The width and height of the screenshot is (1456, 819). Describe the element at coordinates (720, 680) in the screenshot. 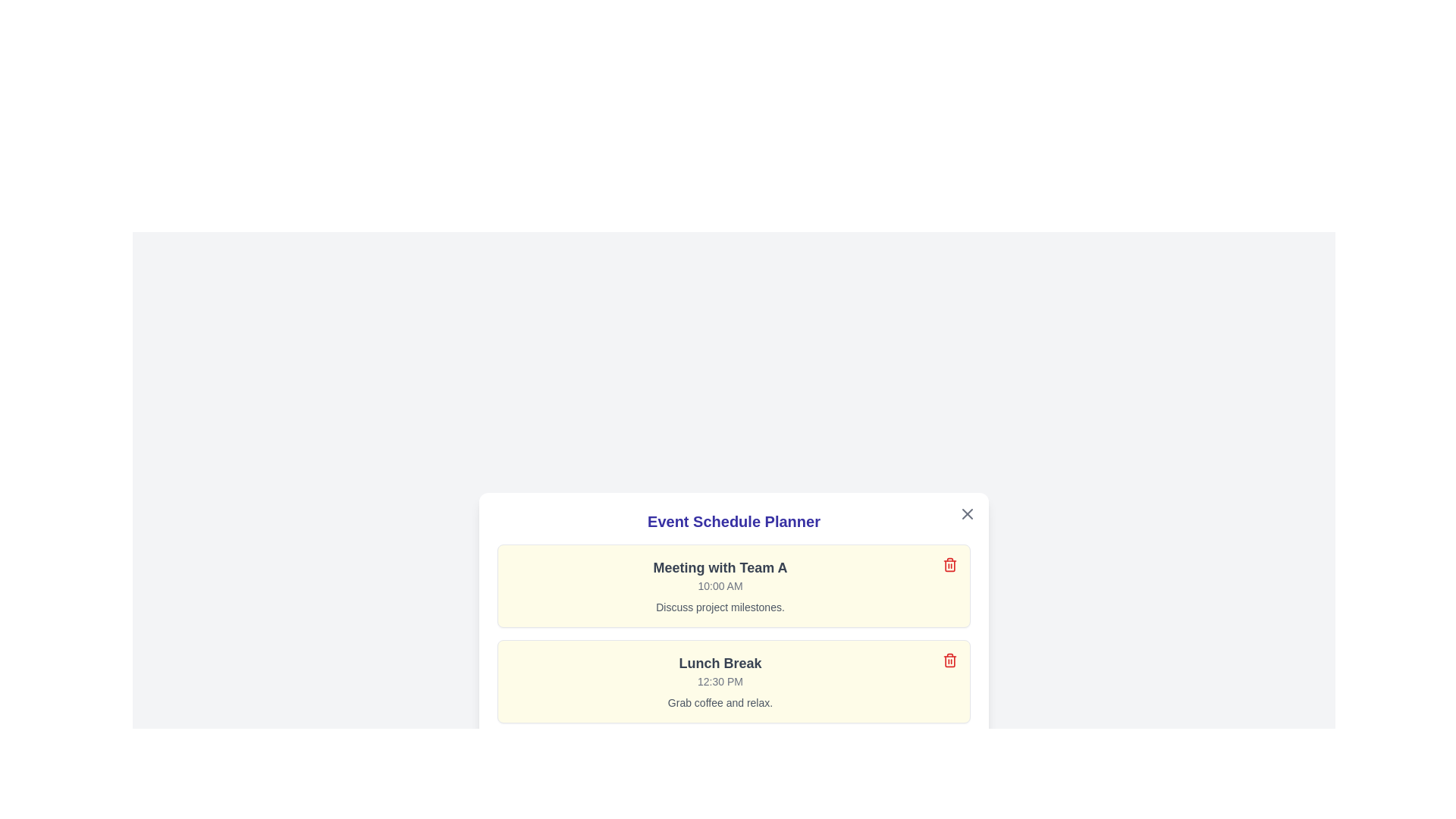

I see `information displayed in the 'Lunch Break' card, which includes the title, time, and description` at that location.